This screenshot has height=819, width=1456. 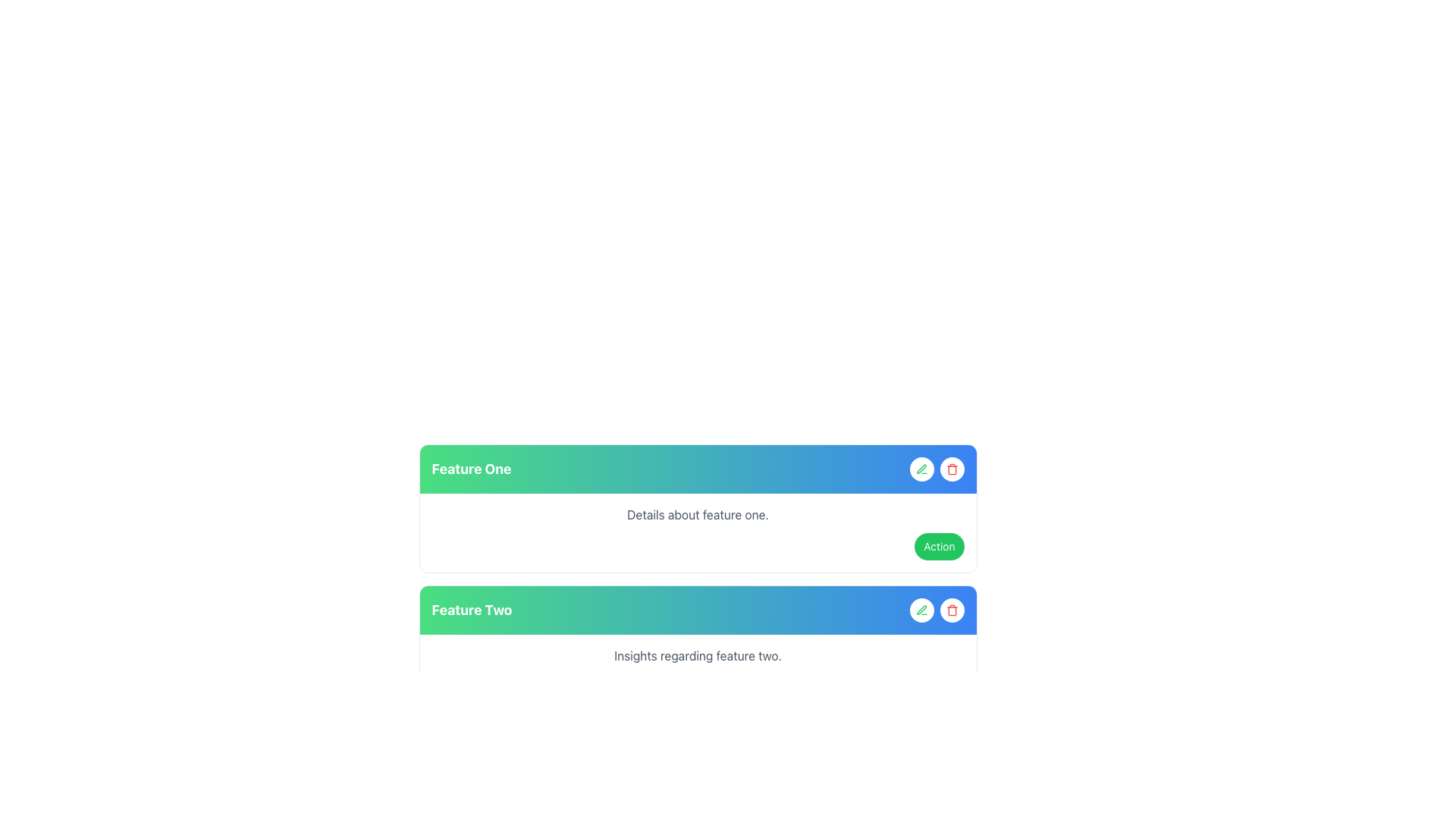 I want to click on the edit button located on the right side of the blue gradient header in the 'Feature Two' section to initiate editing, so click(x=936, y=610).